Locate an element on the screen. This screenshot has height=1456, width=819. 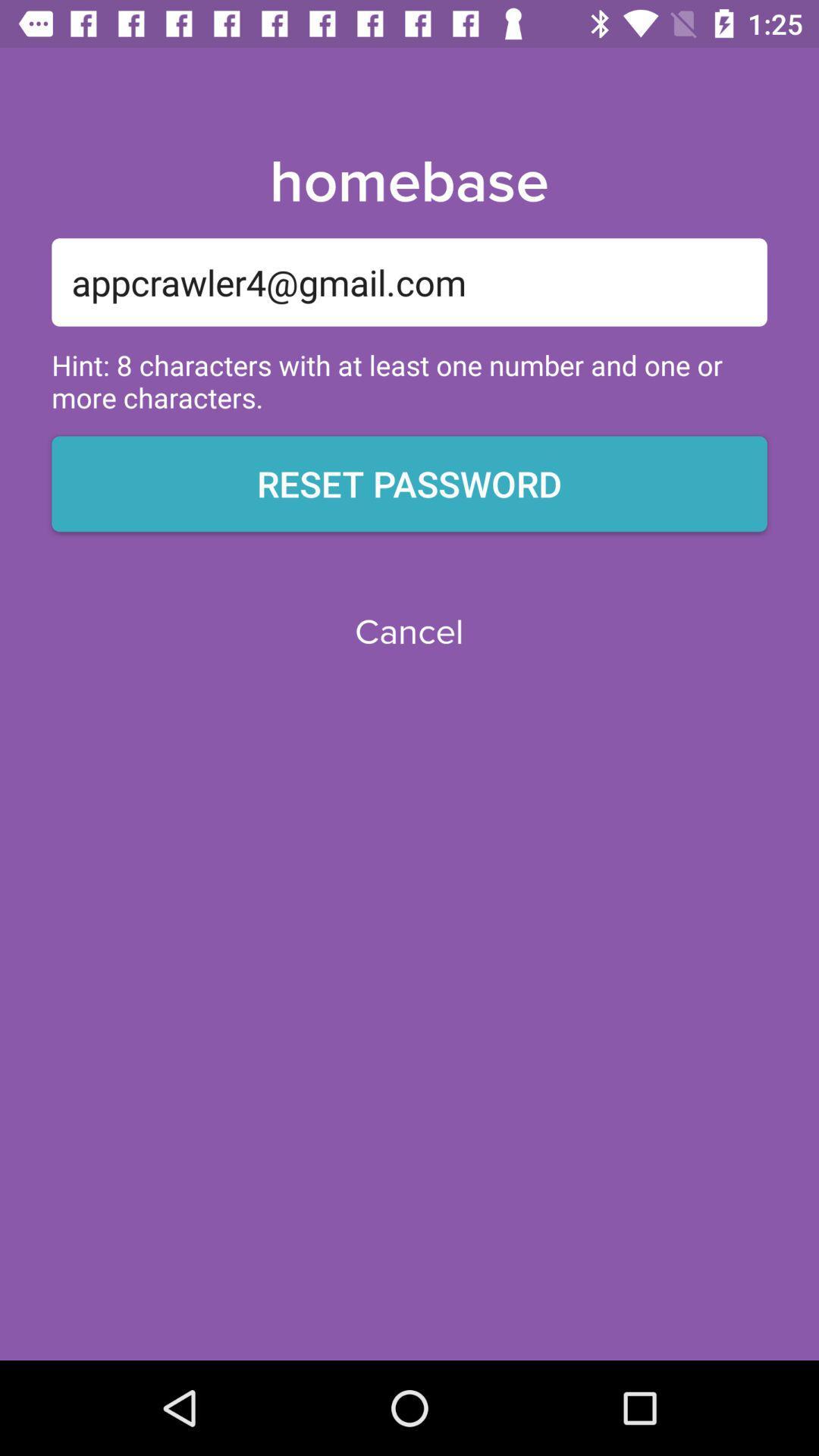
item below hint 8 characters is located at coordinates (409, 483).